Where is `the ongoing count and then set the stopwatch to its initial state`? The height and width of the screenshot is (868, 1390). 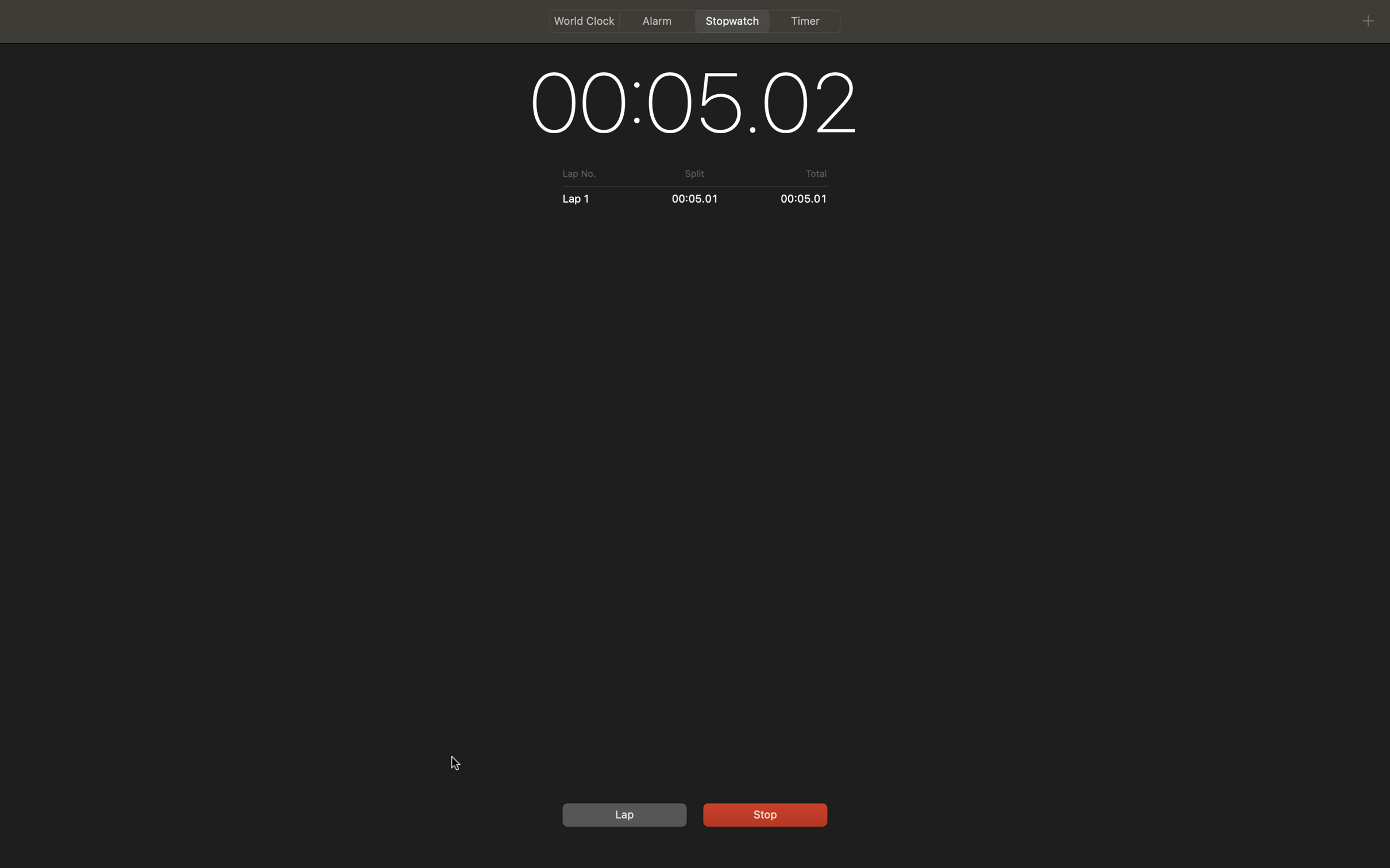
the ongoing count and then set the stopwatch to its initial state is located at coordinates (763, 813).